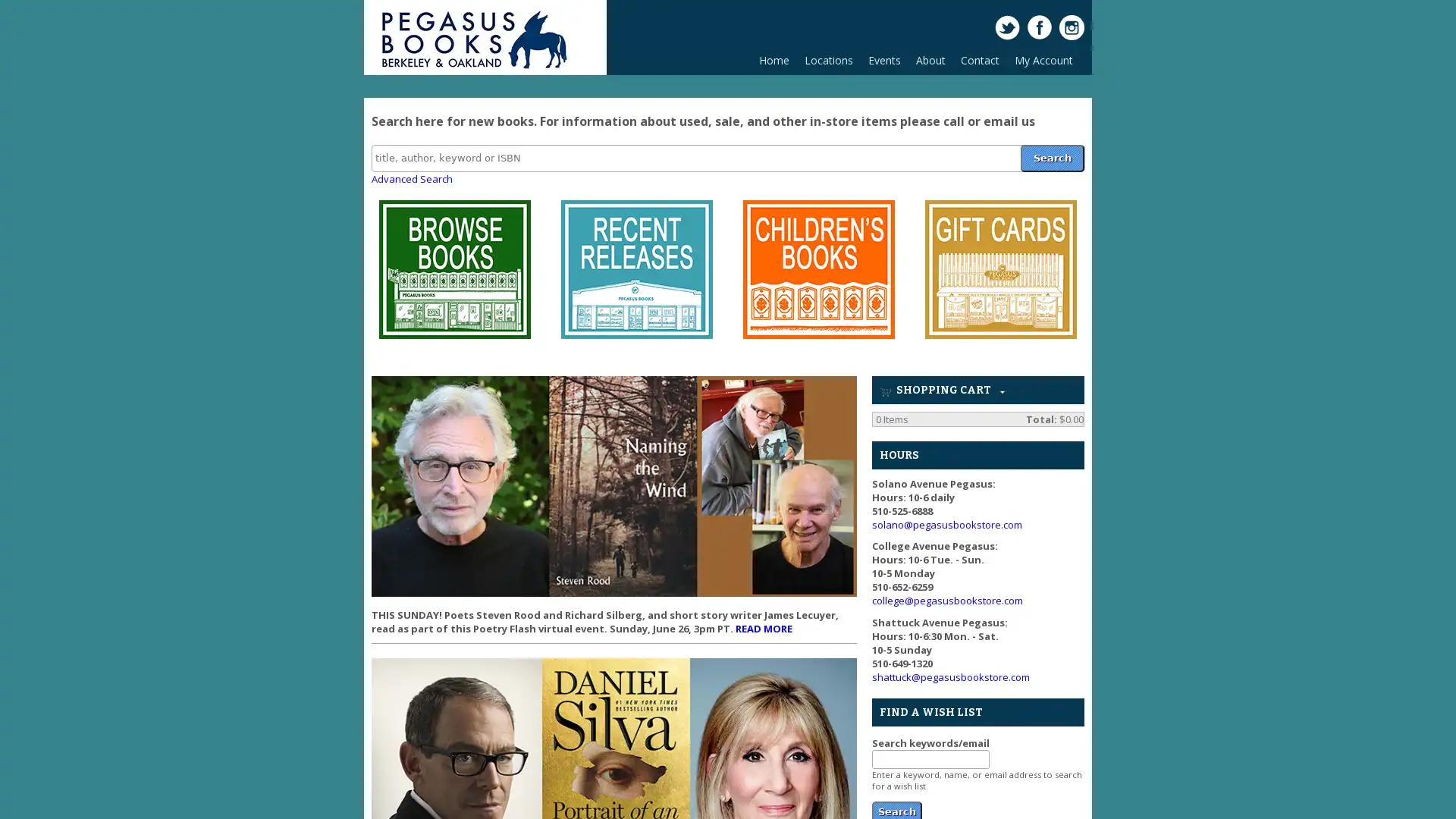  I want to click on Search, so click(1051, 157).